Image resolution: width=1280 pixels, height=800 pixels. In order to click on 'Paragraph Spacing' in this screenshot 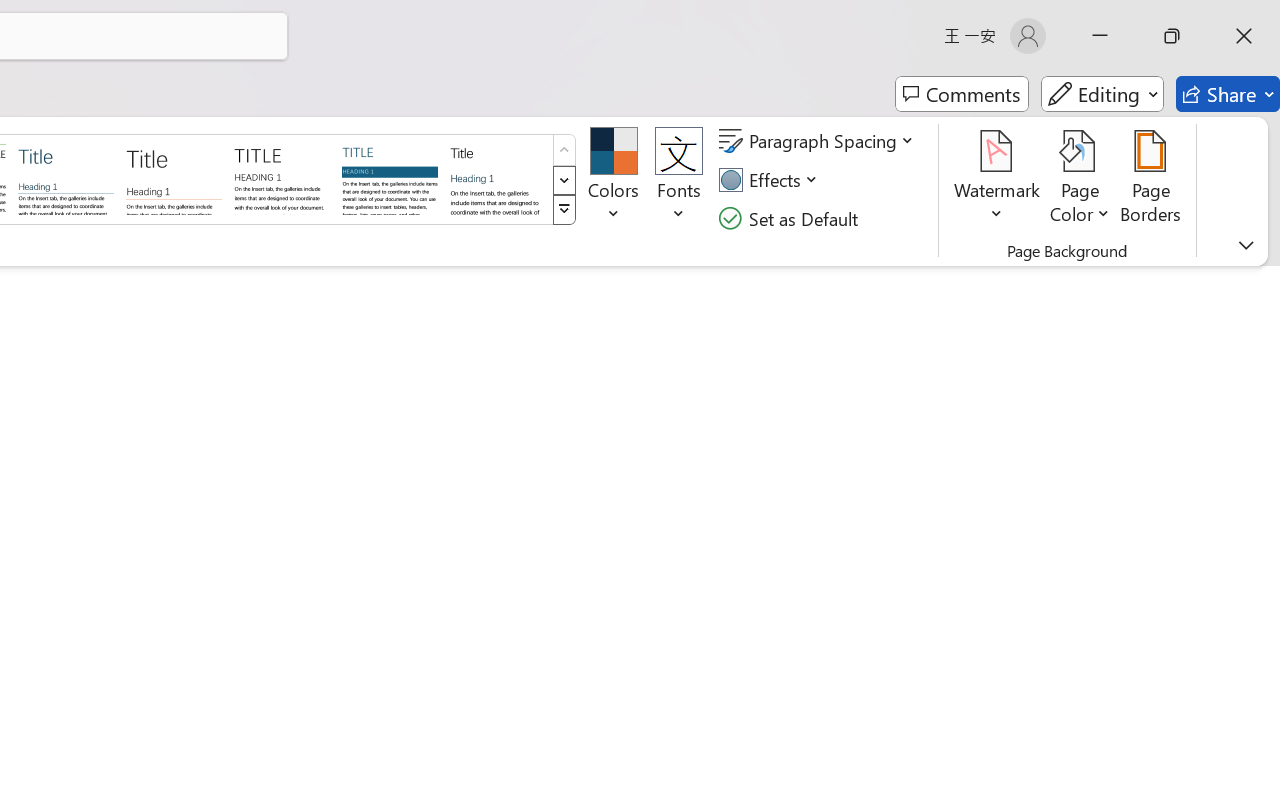, I will do `click(819, 141)`.